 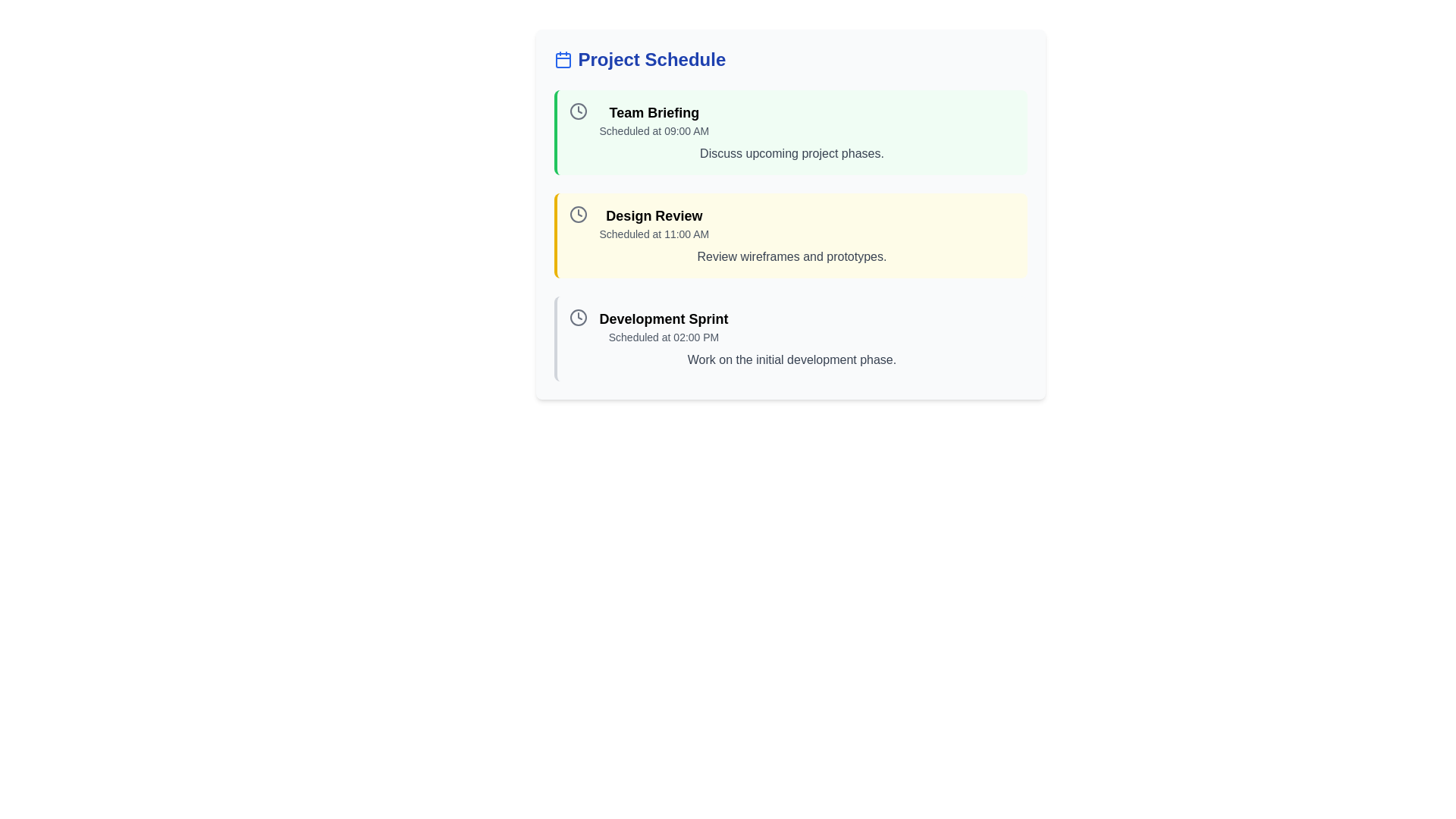 What do you see at coordinates (654, 223) in the screenshot?
I see `text displayed for the scheduled meeting or event titled 'Design Review' at '11:00 AM', which is the second entry in the 'Project Schedule' list` at bounding box center [654, 223].